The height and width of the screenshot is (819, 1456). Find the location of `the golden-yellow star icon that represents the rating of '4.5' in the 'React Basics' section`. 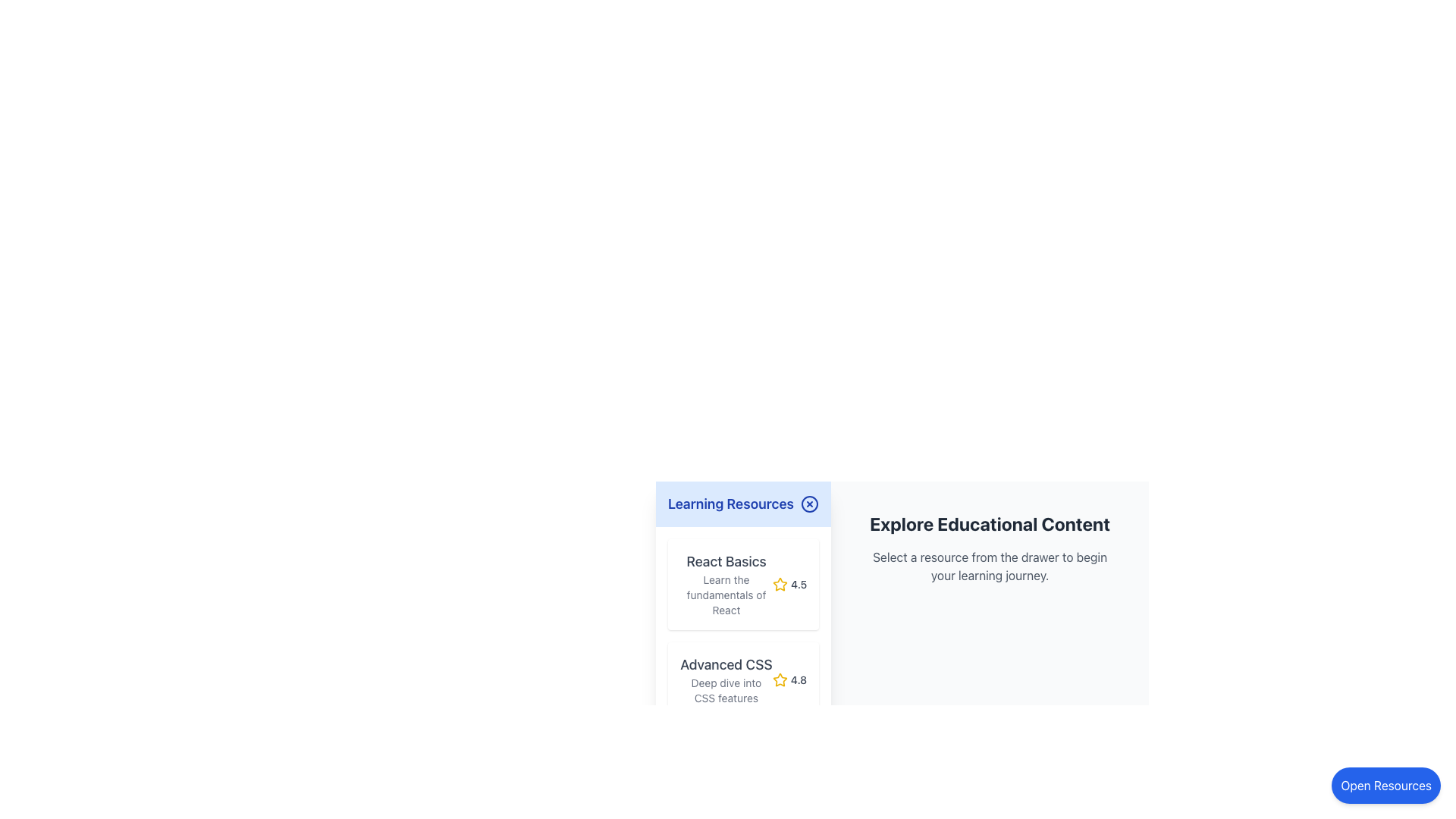

the golden-yellow star icon that represents the rating of '4.5' in the 'React Basics' section is located at coordinates (789, 584).